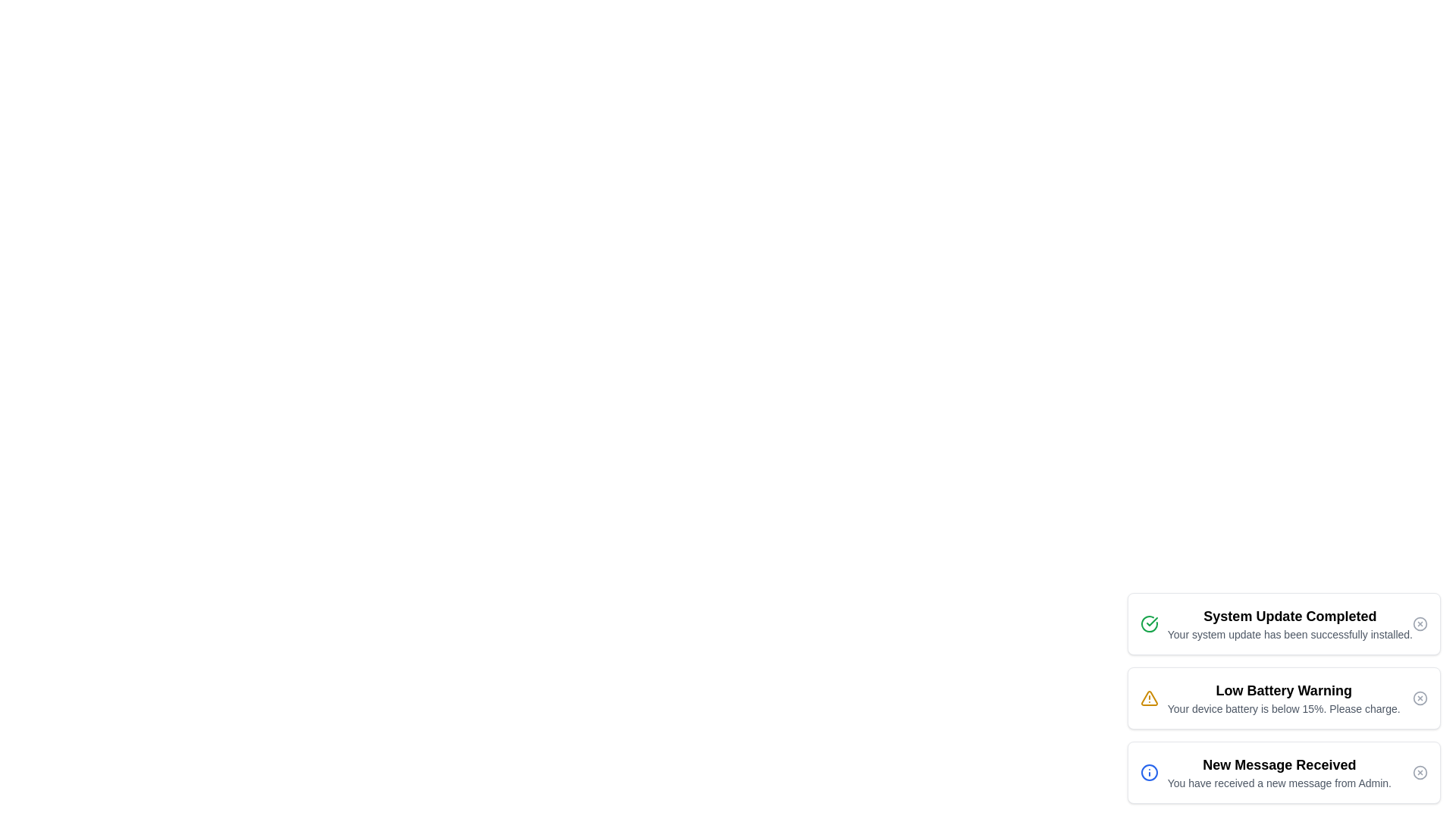 This screenshot has height=819, width=1456. I want to click on the Close button with an 'X' icon, which is styled with a gray color that changes to red upon hover, located at the rightmost end of the notification card titled 'System Update Completed', so click(1419, 623).